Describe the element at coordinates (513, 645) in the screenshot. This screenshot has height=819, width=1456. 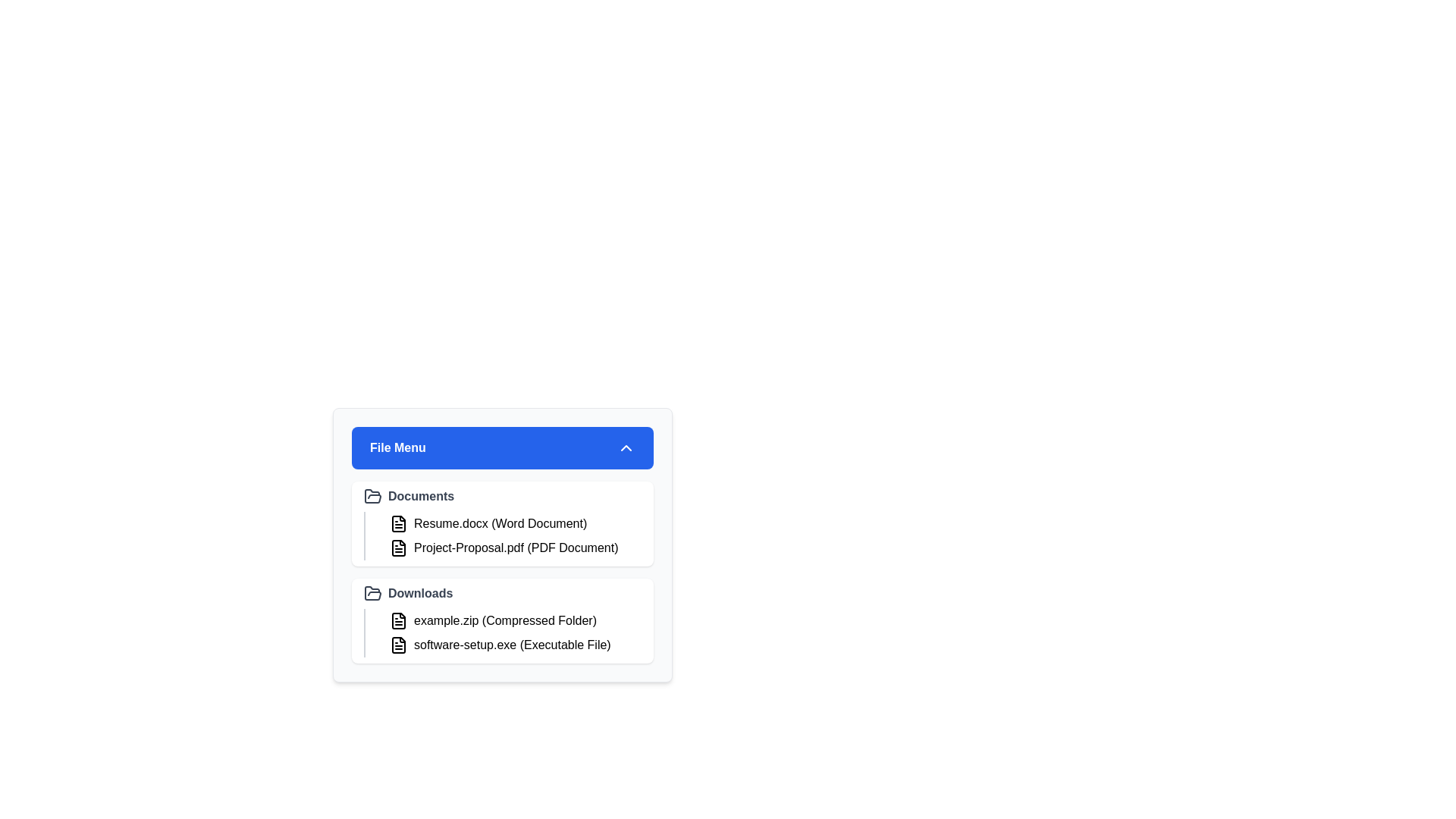
I see `the file software-setup.exe to highlight it` at that location.